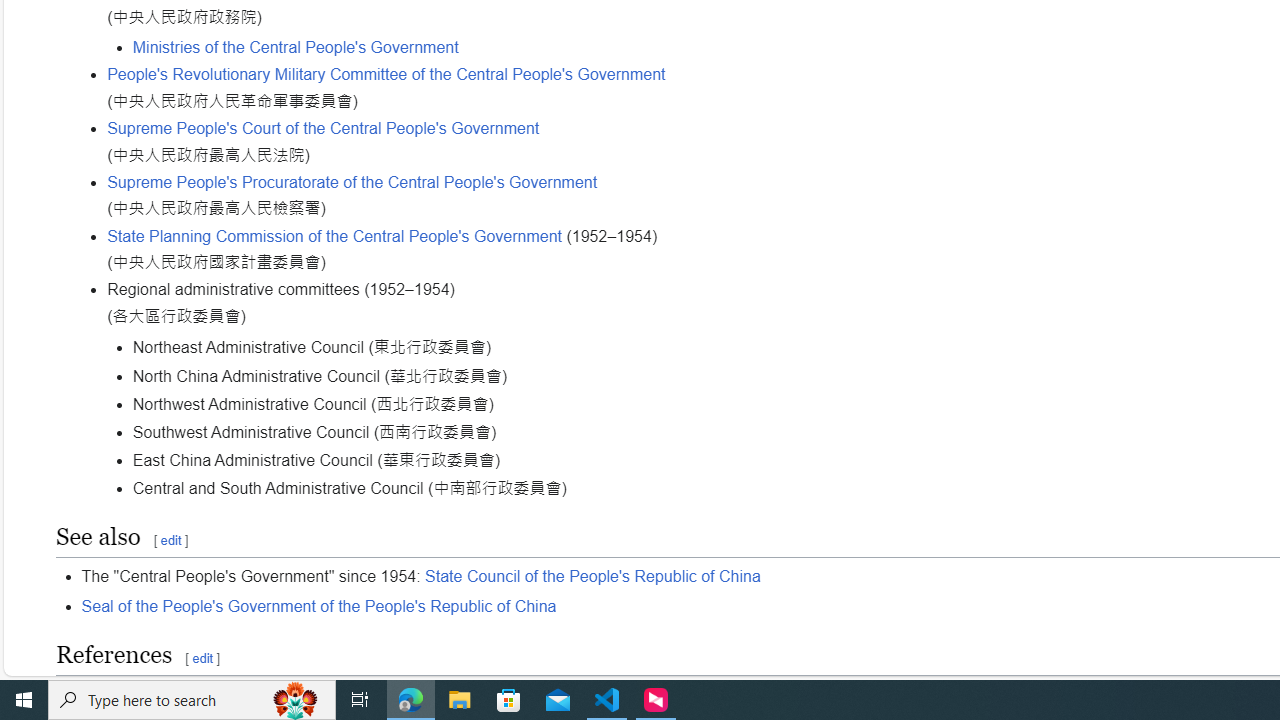 The height and width of the screenshot is (720, 1280). What do you see at coordinates (335, 234) in the screenshot?
I see `'State Planning Commission of the Central People'` at bounding box center [335, 234].